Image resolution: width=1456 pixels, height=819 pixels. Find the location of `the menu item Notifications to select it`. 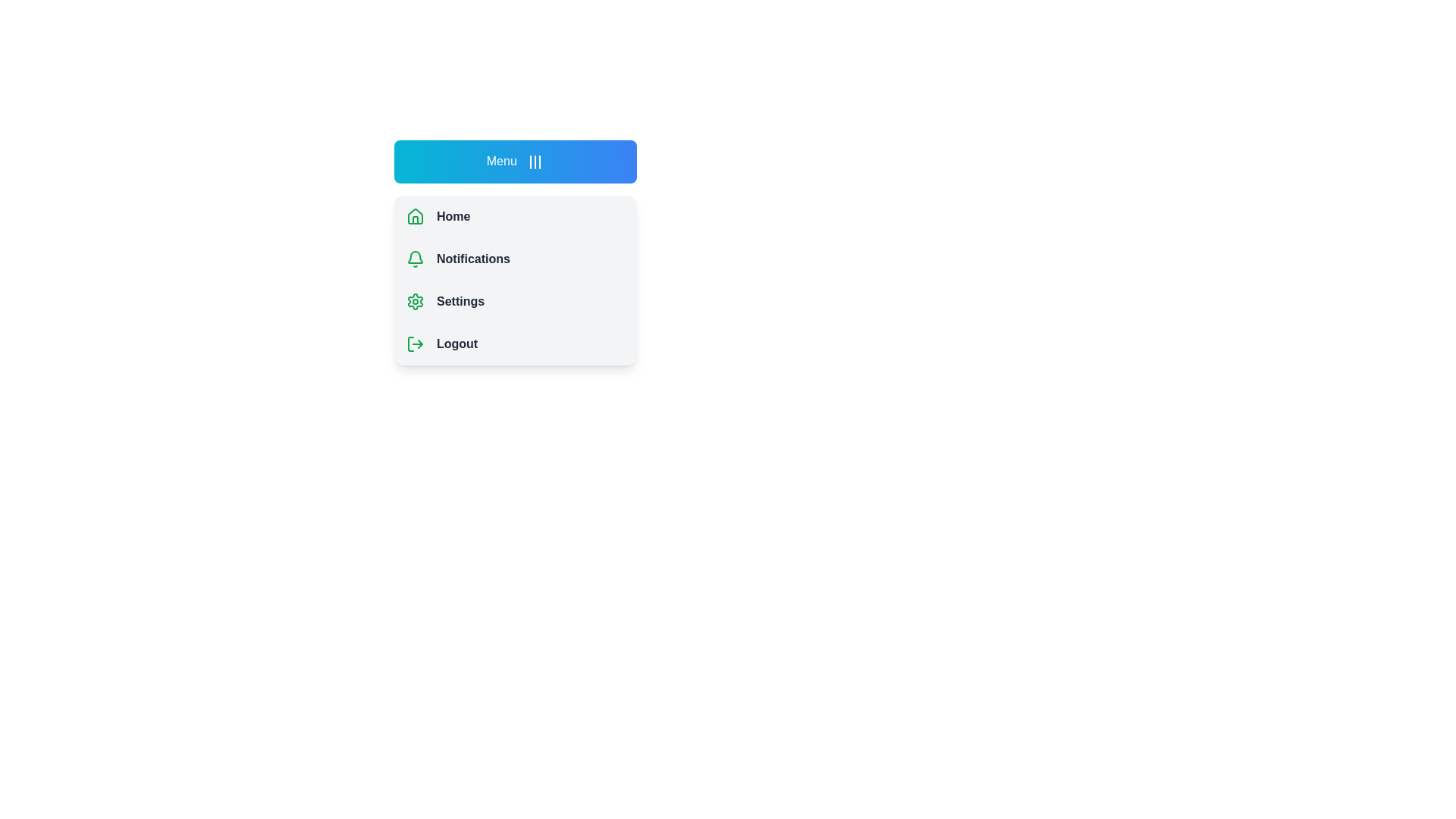

the menu item Notifications to select it is located at coordinates (516, 258).